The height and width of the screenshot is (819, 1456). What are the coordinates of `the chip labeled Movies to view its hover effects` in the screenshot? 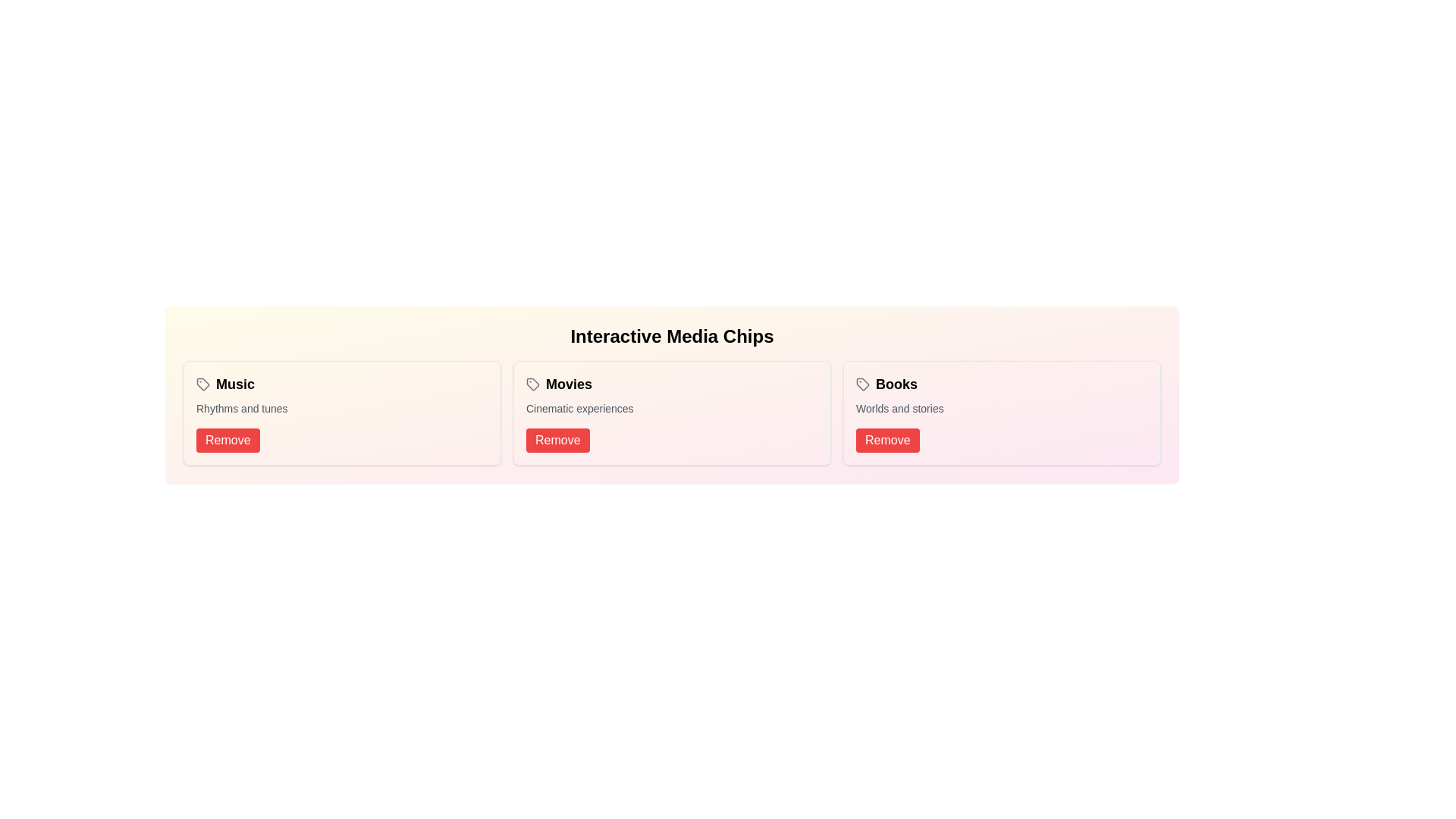 It's located at (558, 383).